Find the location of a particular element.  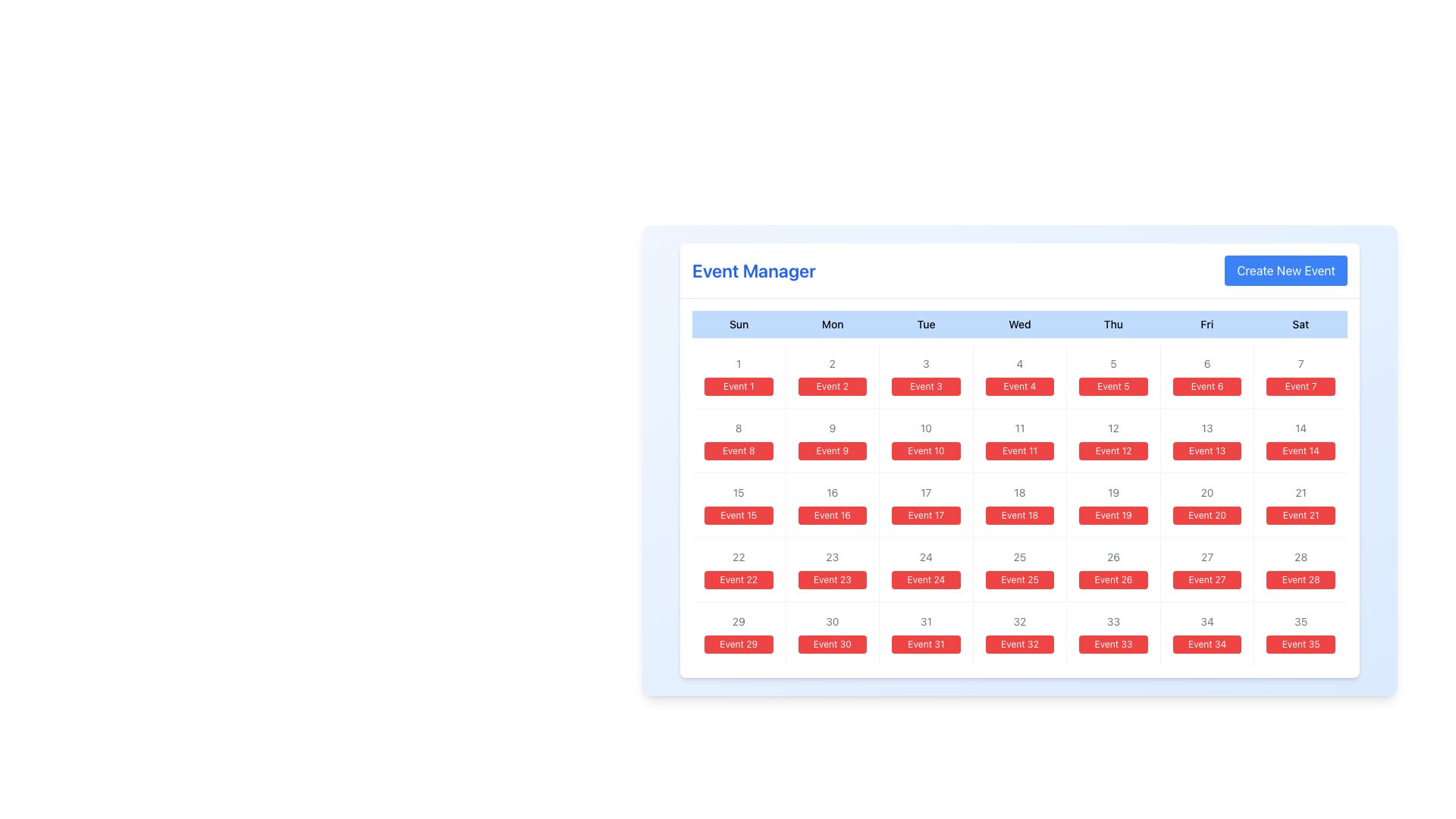

the red rectangular button labeled 'Event 23' on the interactive card located in the fourth row and third column of the event grid is located at coordinates (831, 570).